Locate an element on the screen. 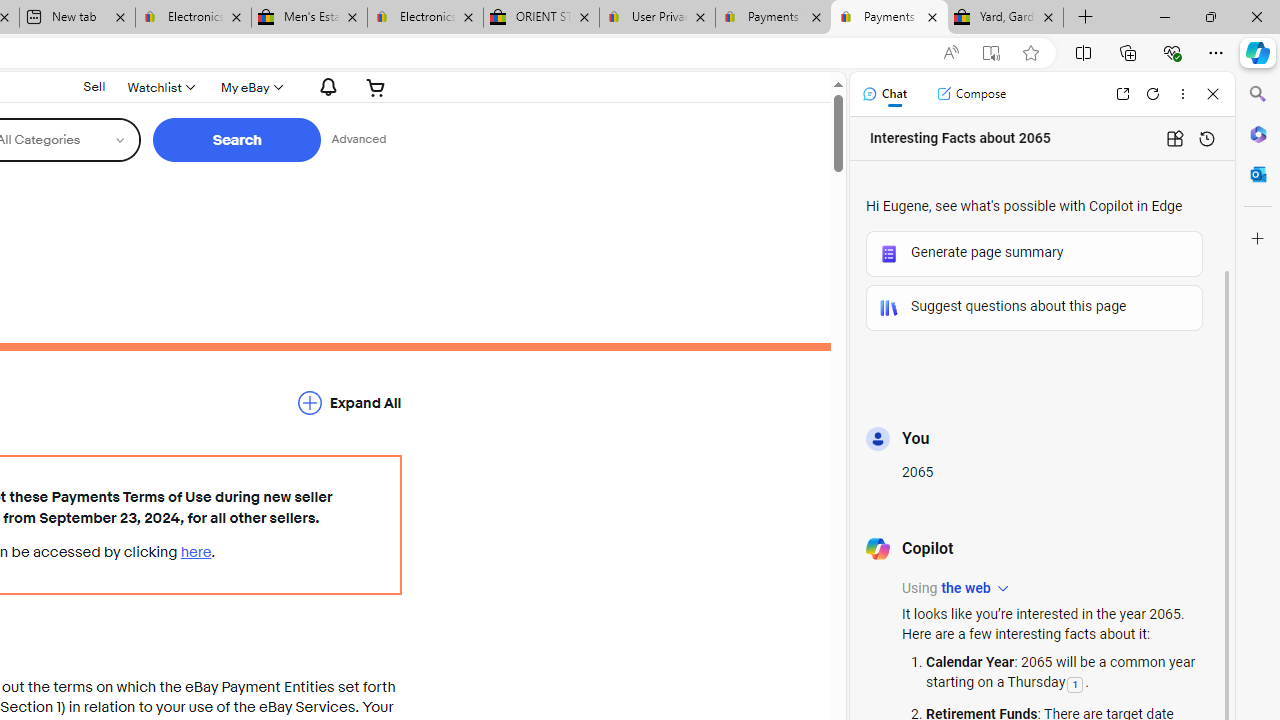  'Payments Terms of Use | eBay.com' is located at coordinates (888, 17).